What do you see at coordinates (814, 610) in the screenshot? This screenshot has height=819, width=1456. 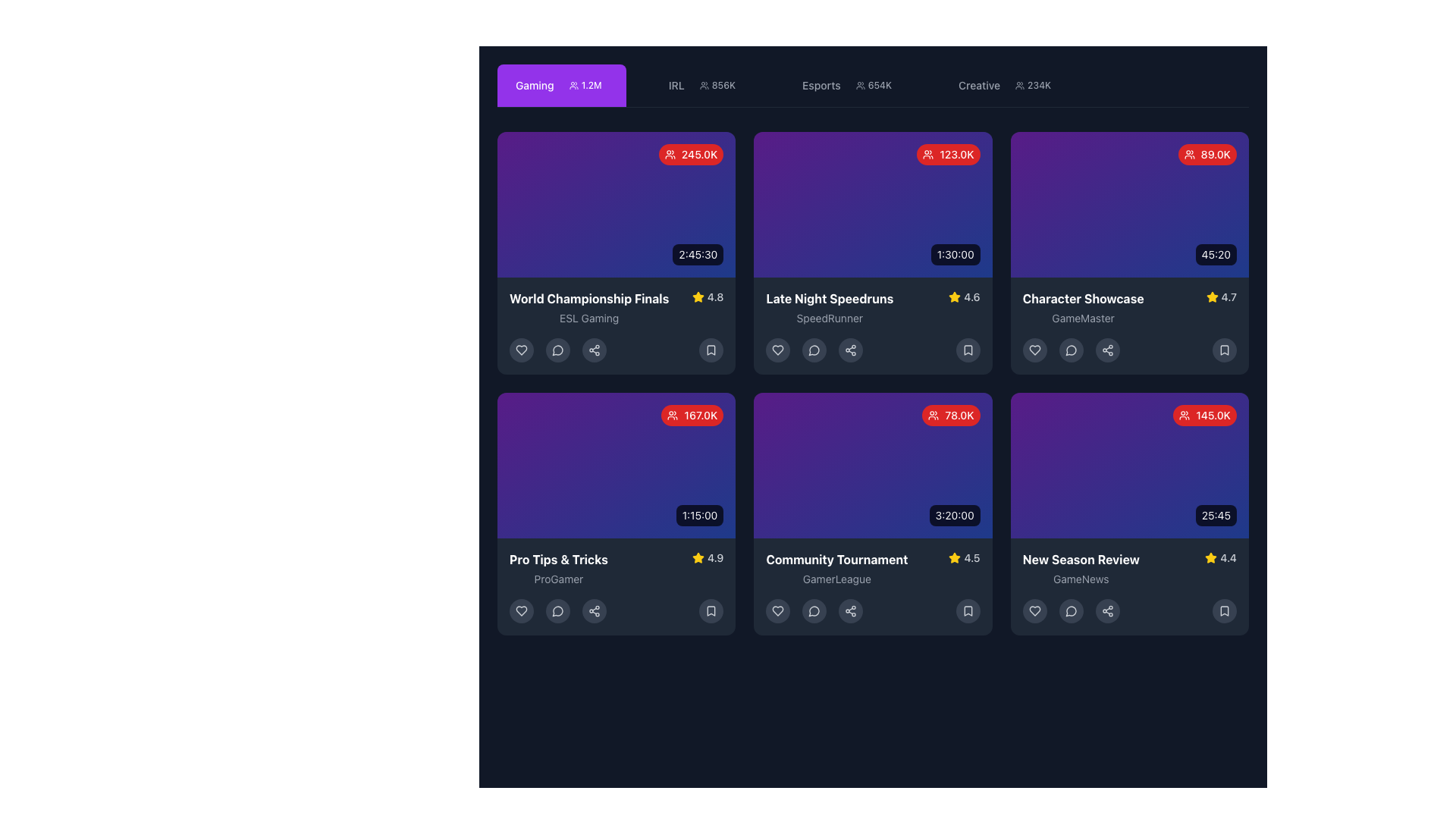 I see `the circular button with a white speech bubble icon that is the second in a row of three buttons below the 'Community Tournament' card` at bounding box center [814, 610].